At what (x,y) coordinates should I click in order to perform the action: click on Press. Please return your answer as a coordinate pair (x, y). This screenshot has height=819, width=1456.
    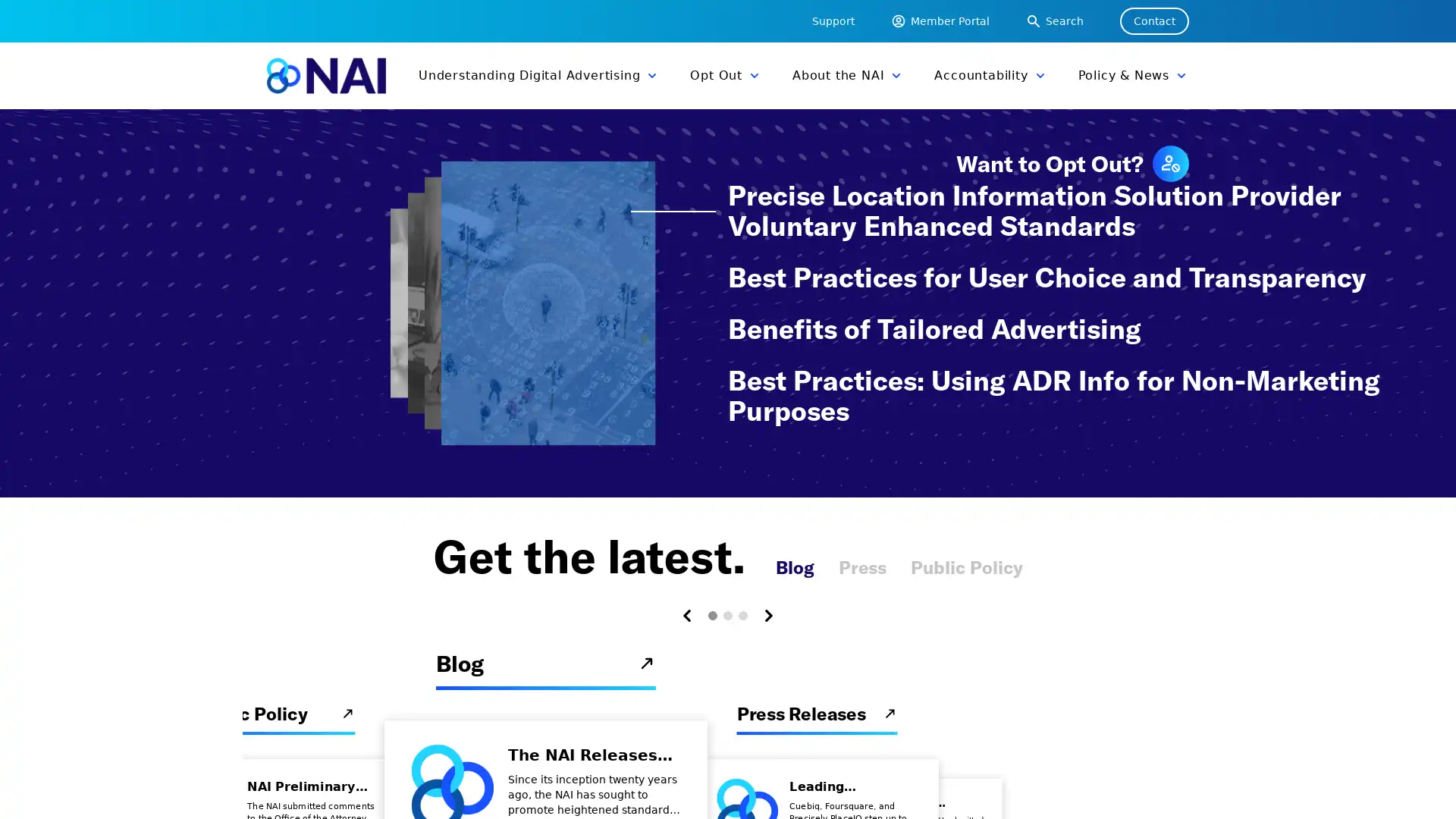
    Looking at the image, I should click on (861, 567).